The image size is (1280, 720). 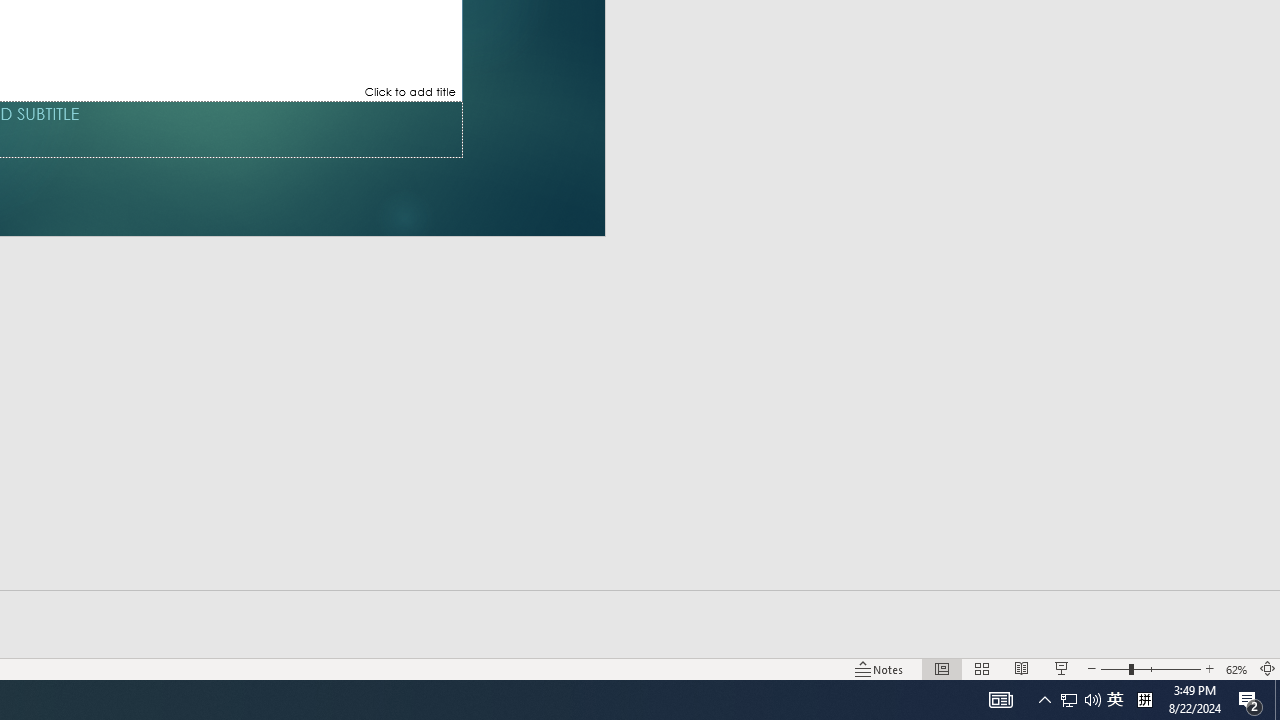 I want to click on 'Zoom 62%', so click(x=1236, y=669).